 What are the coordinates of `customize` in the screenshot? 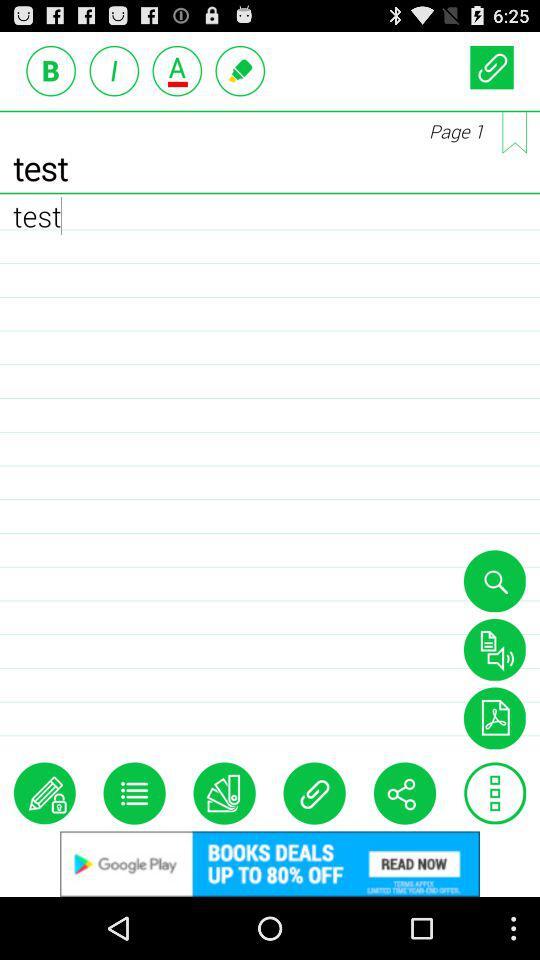 It's located at (134, 793).